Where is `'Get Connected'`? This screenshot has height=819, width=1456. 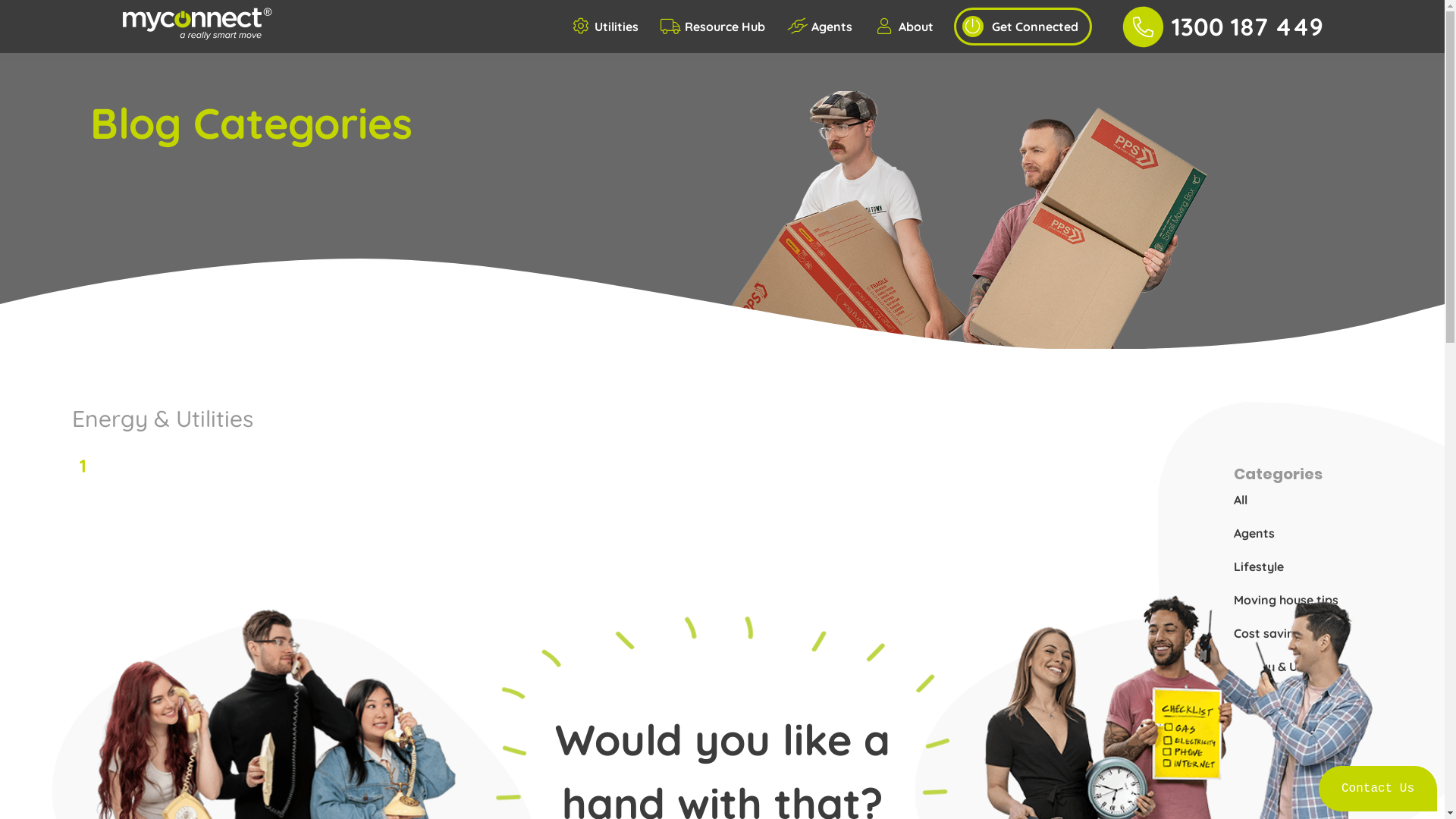 'Get Connected' is located at coordinates (1022, 26).